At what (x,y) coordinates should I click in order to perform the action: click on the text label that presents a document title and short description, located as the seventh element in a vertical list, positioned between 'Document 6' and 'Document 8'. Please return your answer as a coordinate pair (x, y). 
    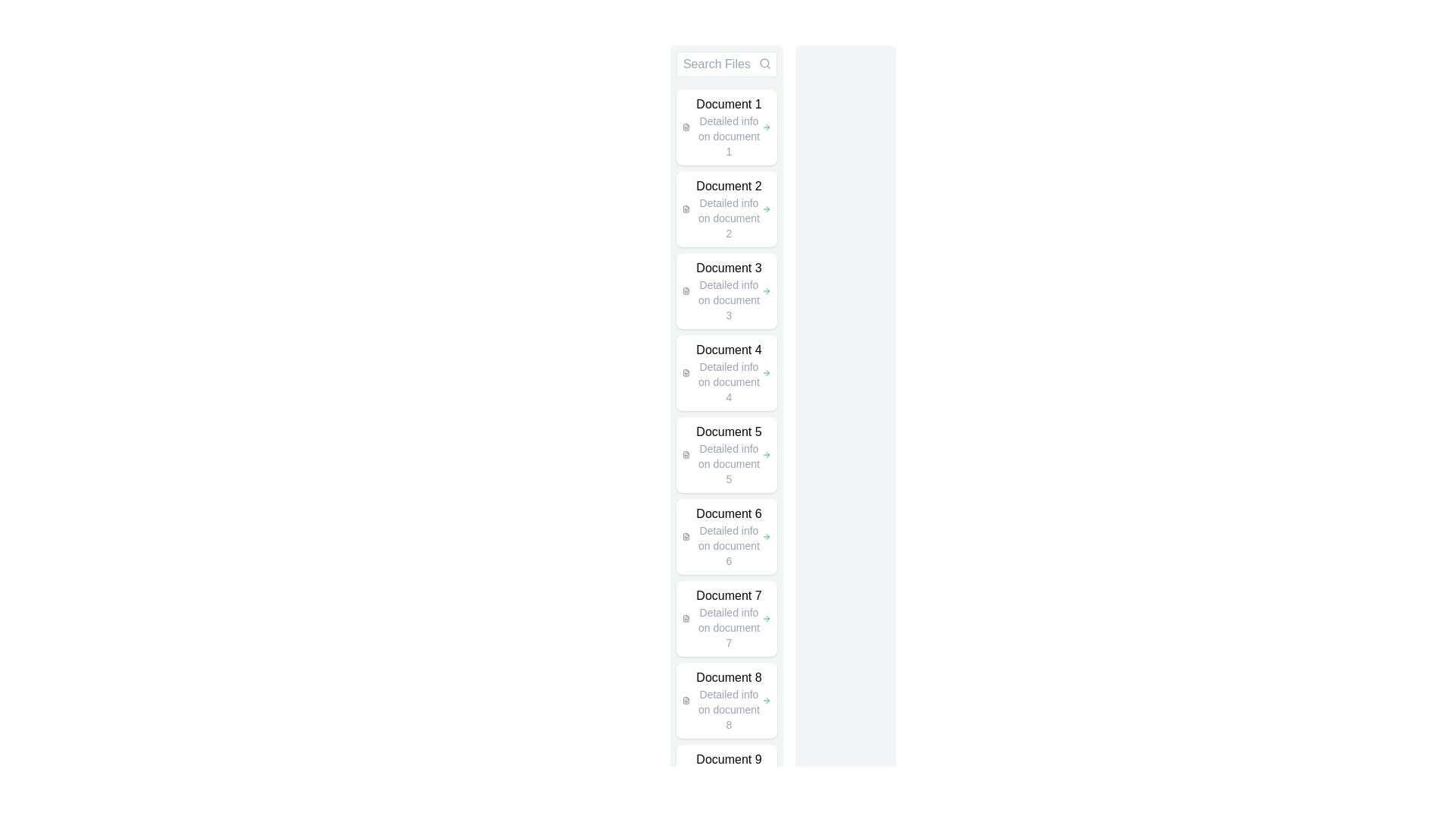
    Looking at the image, I should click on (729, 619).